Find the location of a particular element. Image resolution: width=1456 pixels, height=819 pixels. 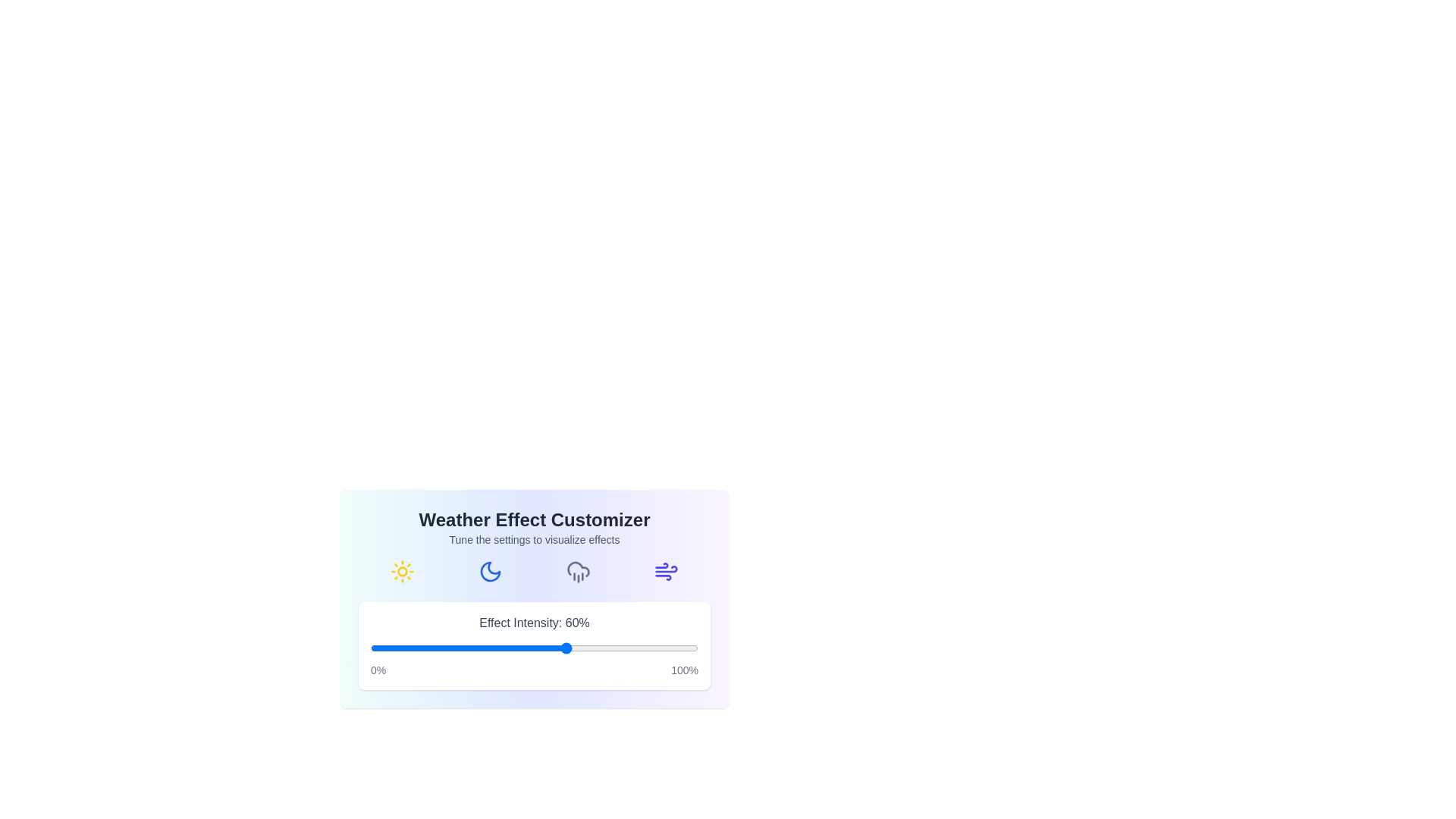

the effect intensity is located at coordinates (428, 648).